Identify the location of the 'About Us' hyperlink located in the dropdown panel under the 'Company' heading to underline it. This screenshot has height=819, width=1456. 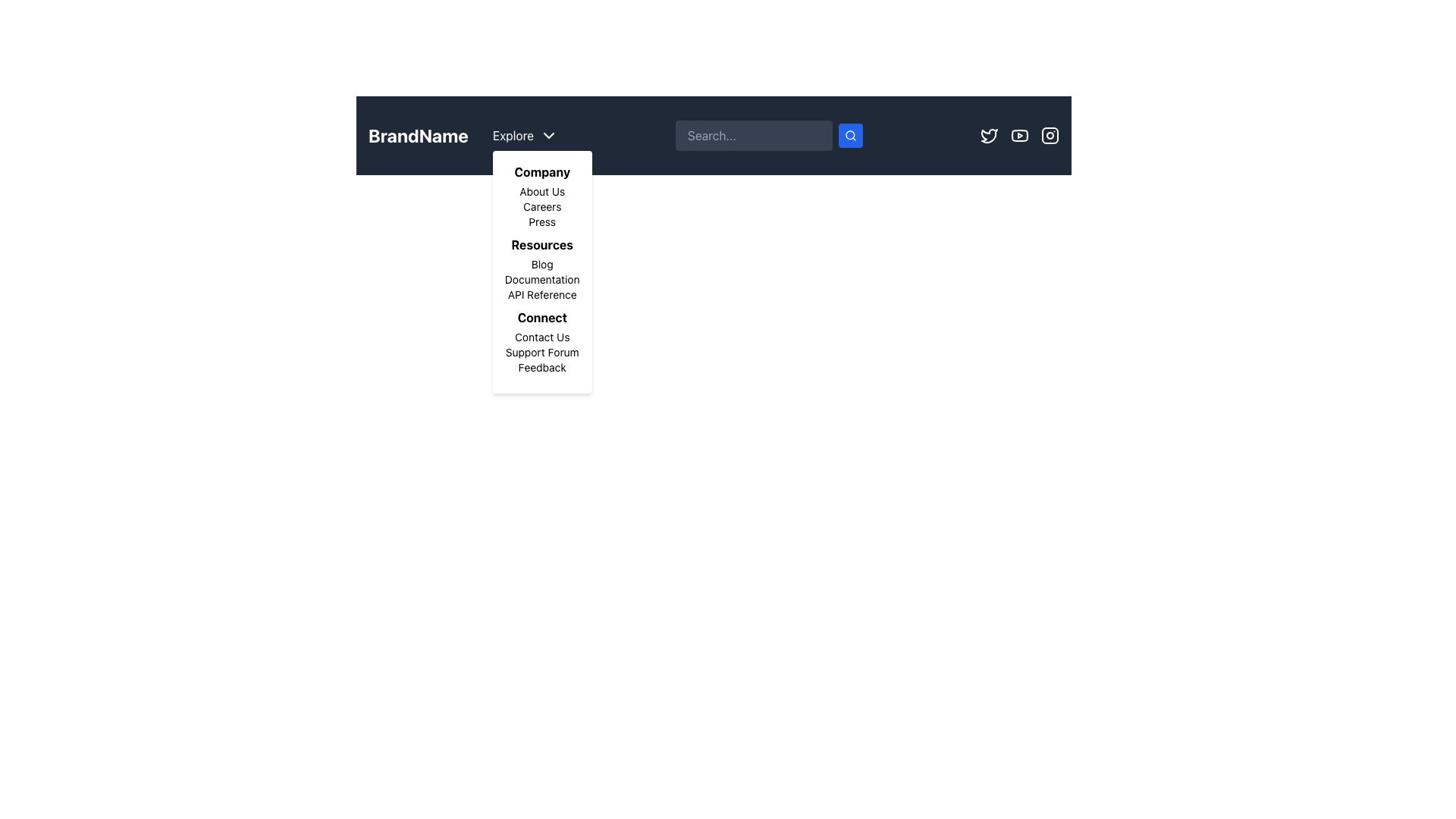
(542, 191).